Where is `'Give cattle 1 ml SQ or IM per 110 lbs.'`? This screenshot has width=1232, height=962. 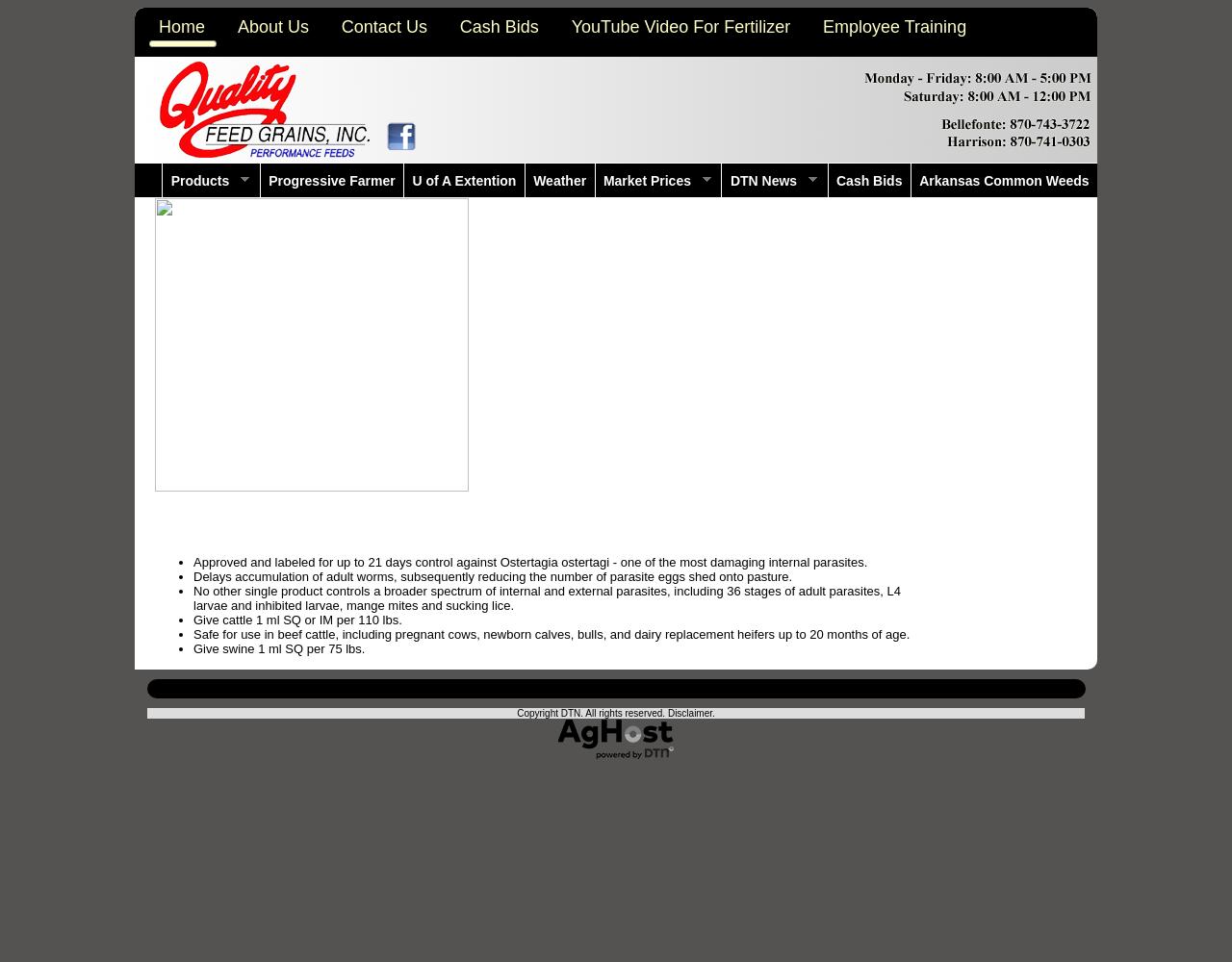 'Give cattle 1 ml SQ or IM per 110 lbs.' is located at coordinates (295, 620).